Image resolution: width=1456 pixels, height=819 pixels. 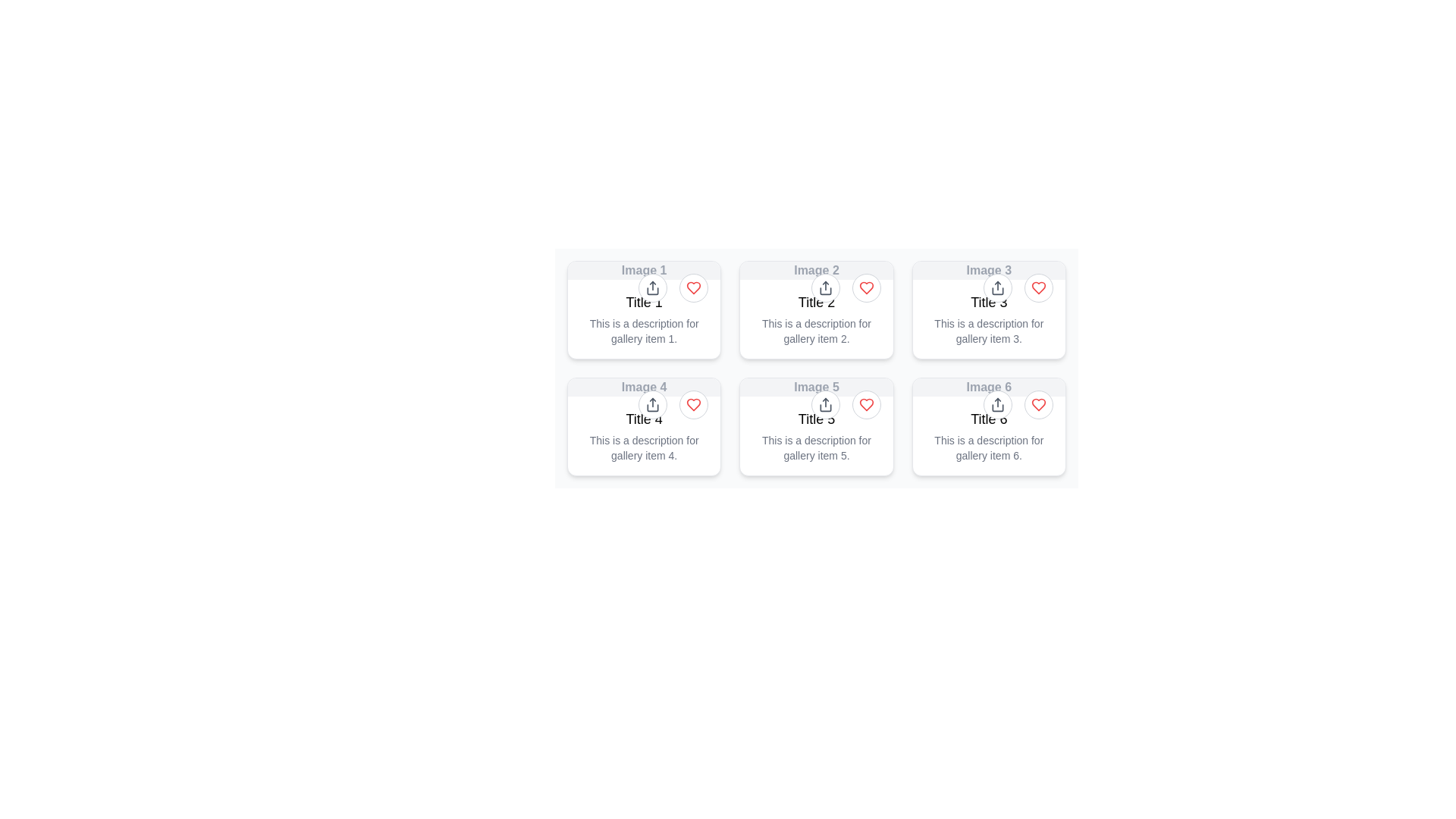 What do you see at coordinates (815, 318) in the screenshot?
I see `the central text area of the second card in the top row, which contains the title 'Title 2' and the description 'This is a description for gallery item 2.'` at bounding box center [815, 318].